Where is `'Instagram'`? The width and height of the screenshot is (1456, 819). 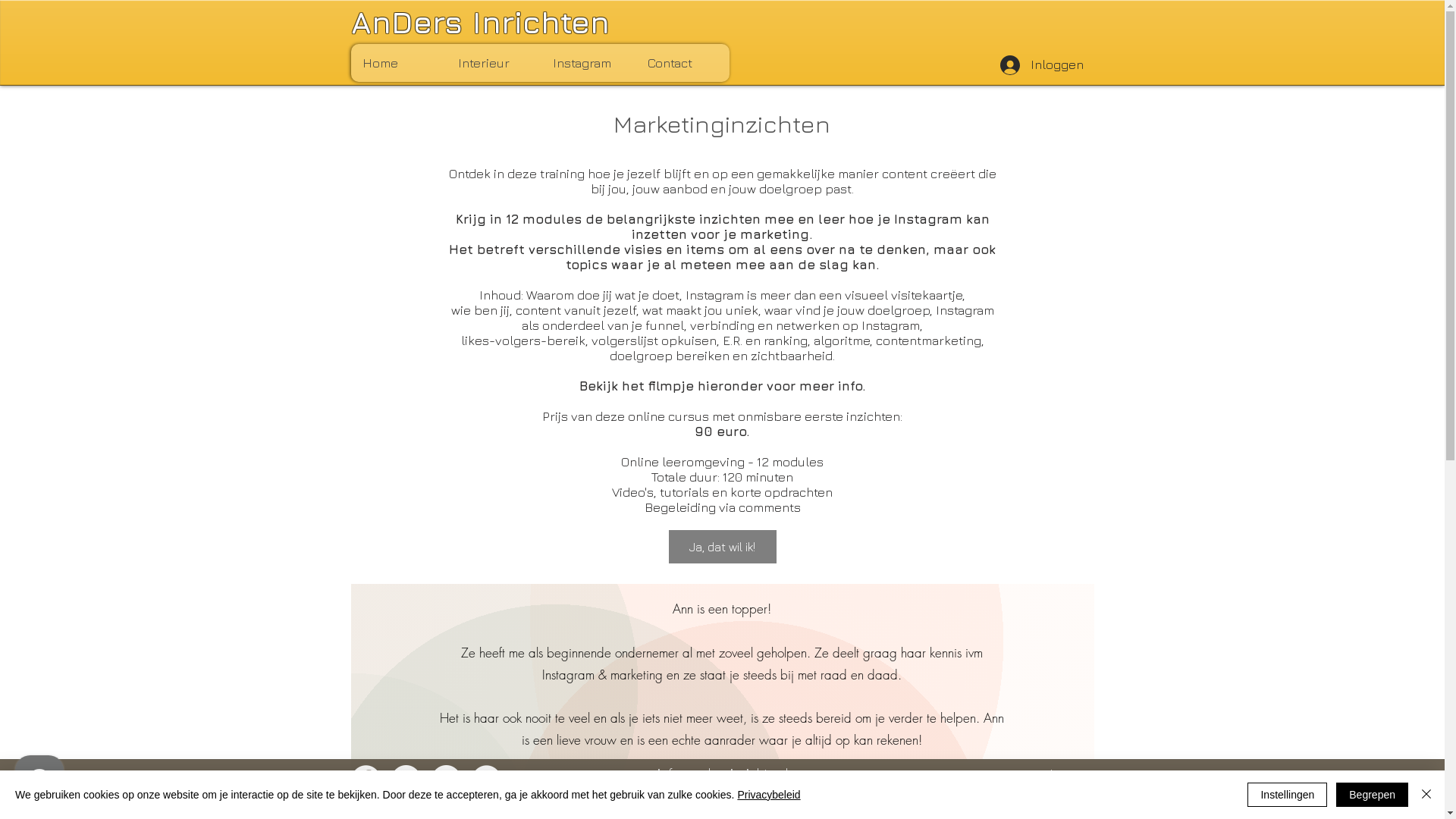 'Instagram' is located at coordinates (586, 62).